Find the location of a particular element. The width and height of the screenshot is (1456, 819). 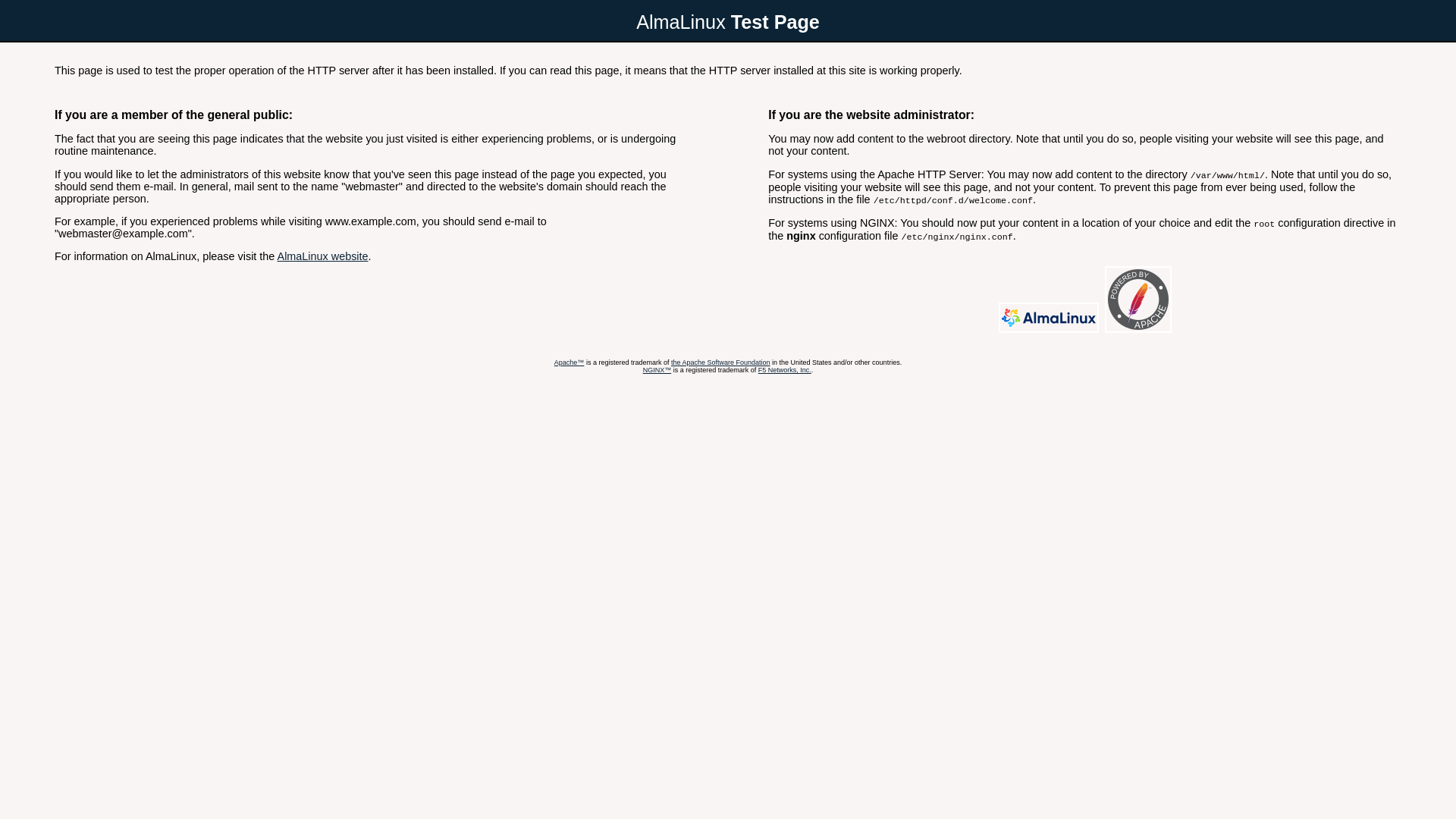

'AlmaLinux website' is located at coordinates (322, 256).